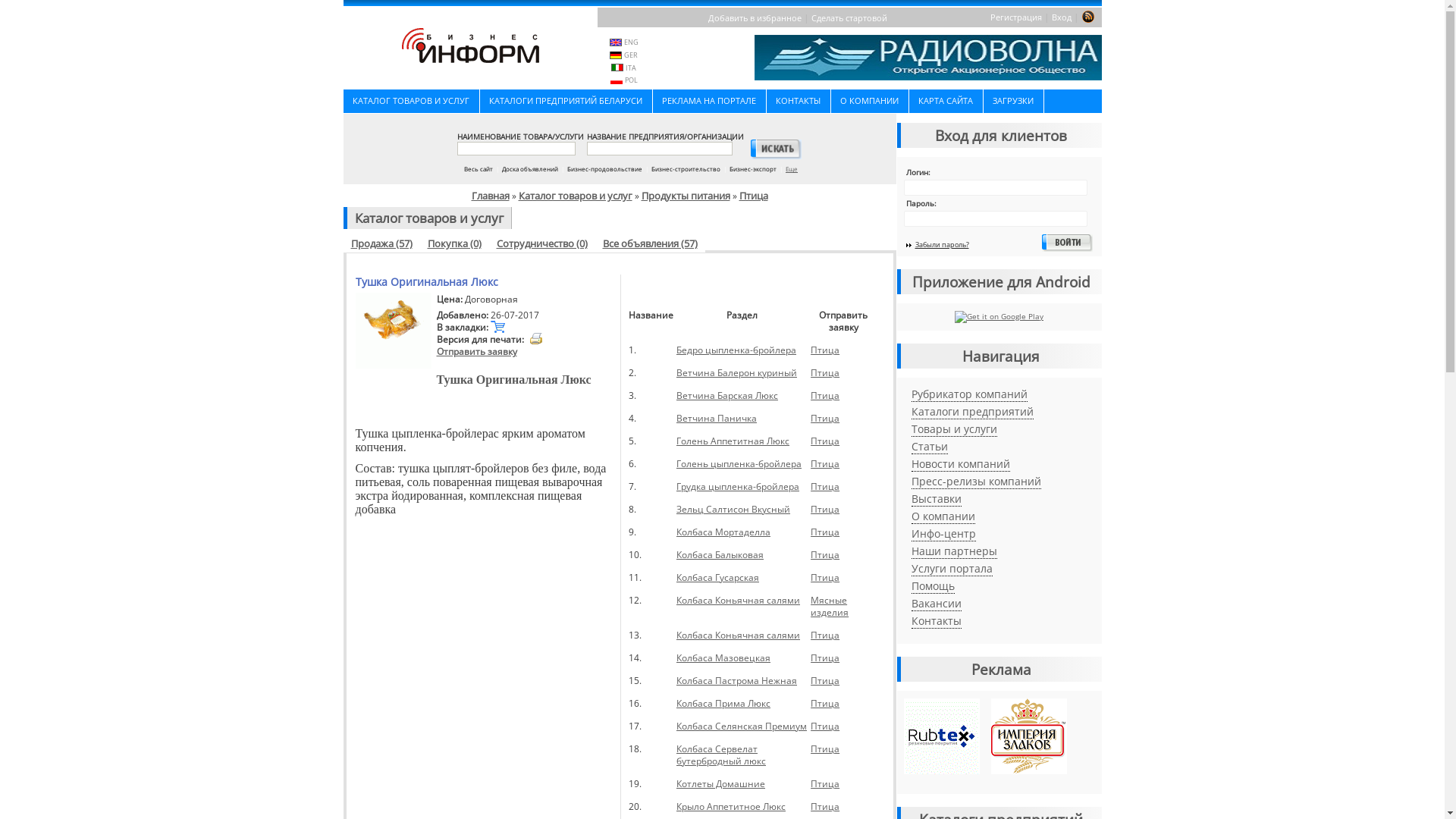 The height and width of the screenshot is (819, 1456). I want to click on 'ITA', so click(630, 67).